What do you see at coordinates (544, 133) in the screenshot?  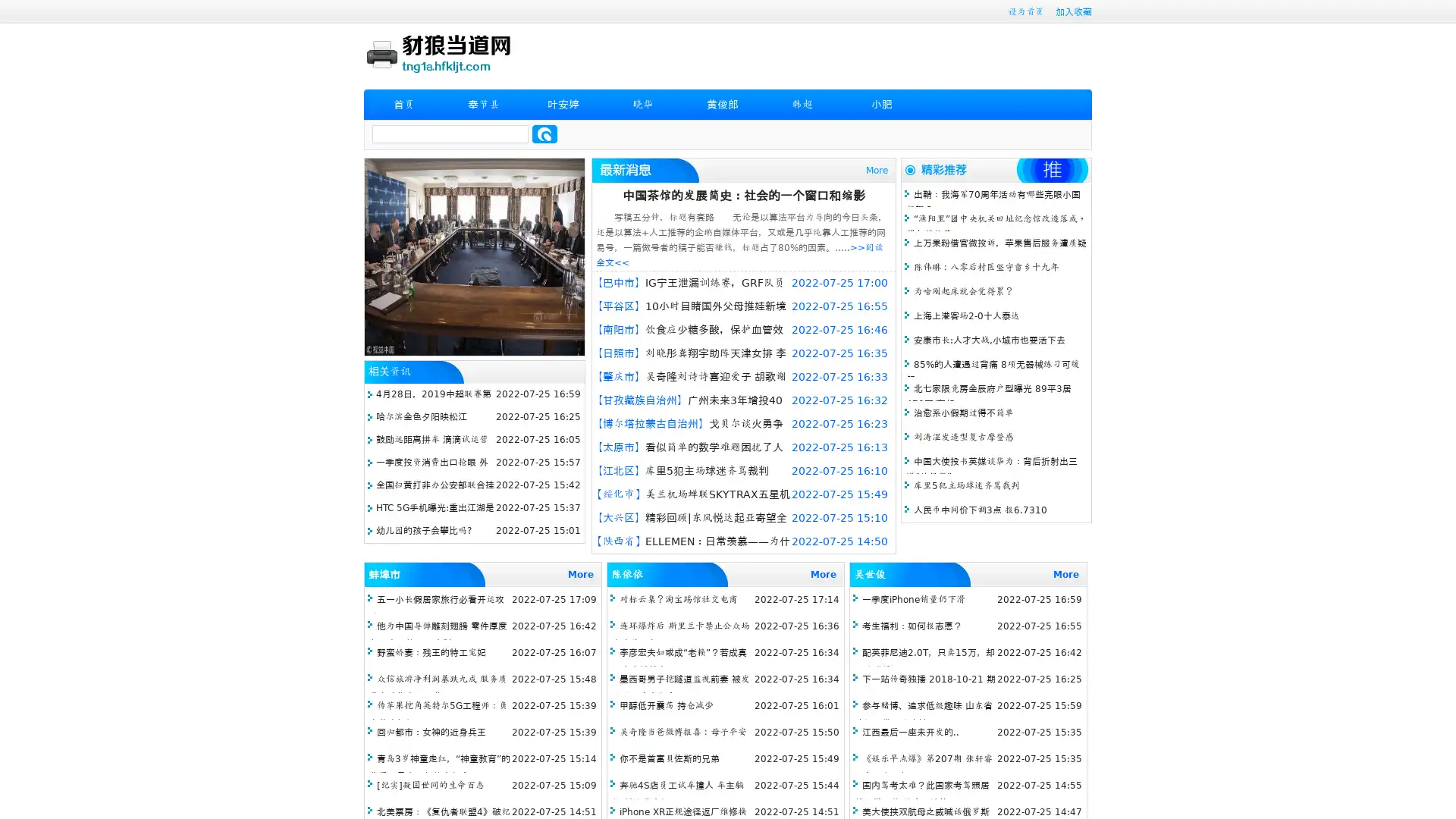 I see `Search` at bounding box center [544, 133].